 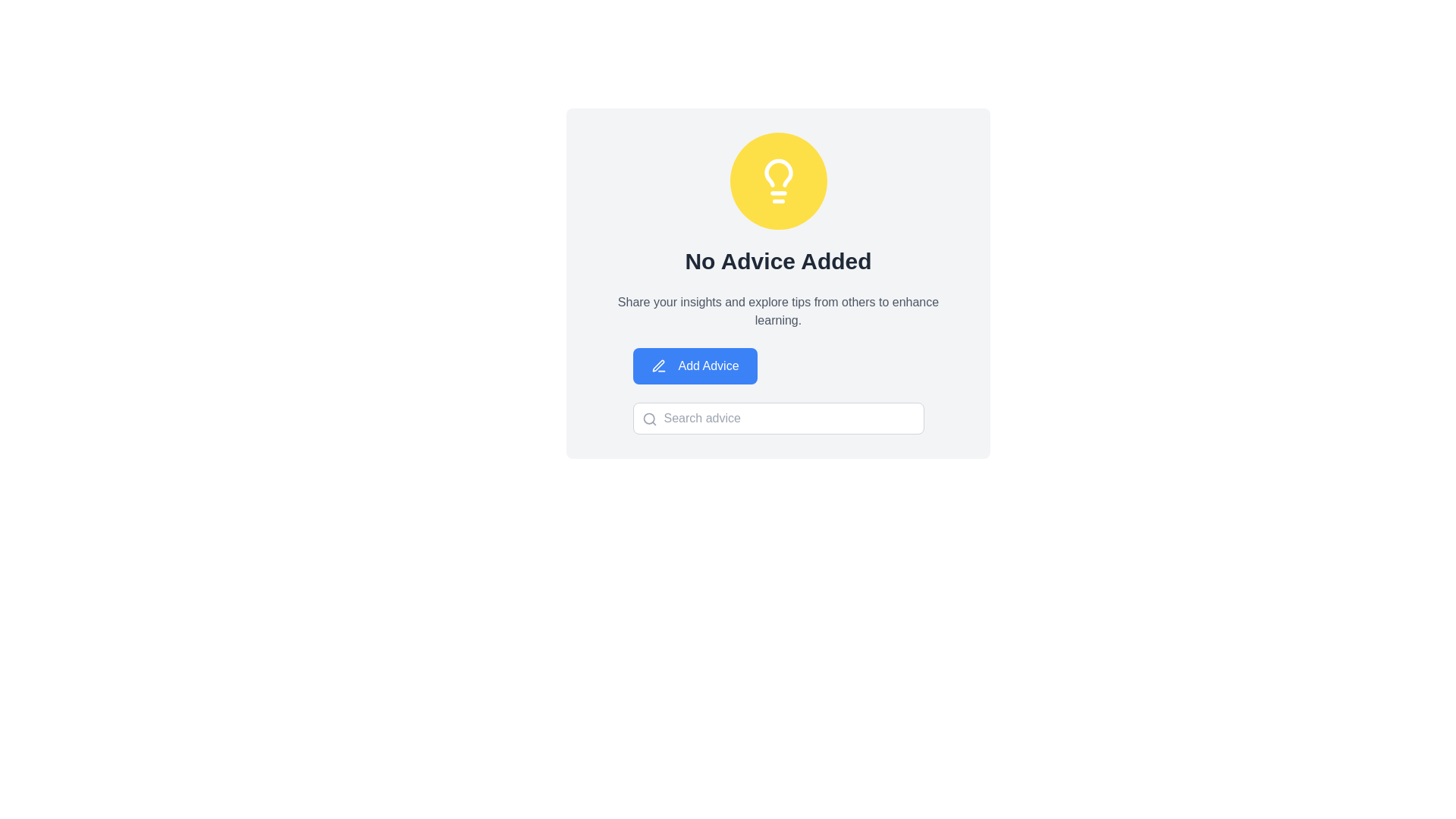 I want to click on the informative text block located underneath the 'No Advice Added' heading and above the 'Add Advice' button, so click(x=778, y=311).